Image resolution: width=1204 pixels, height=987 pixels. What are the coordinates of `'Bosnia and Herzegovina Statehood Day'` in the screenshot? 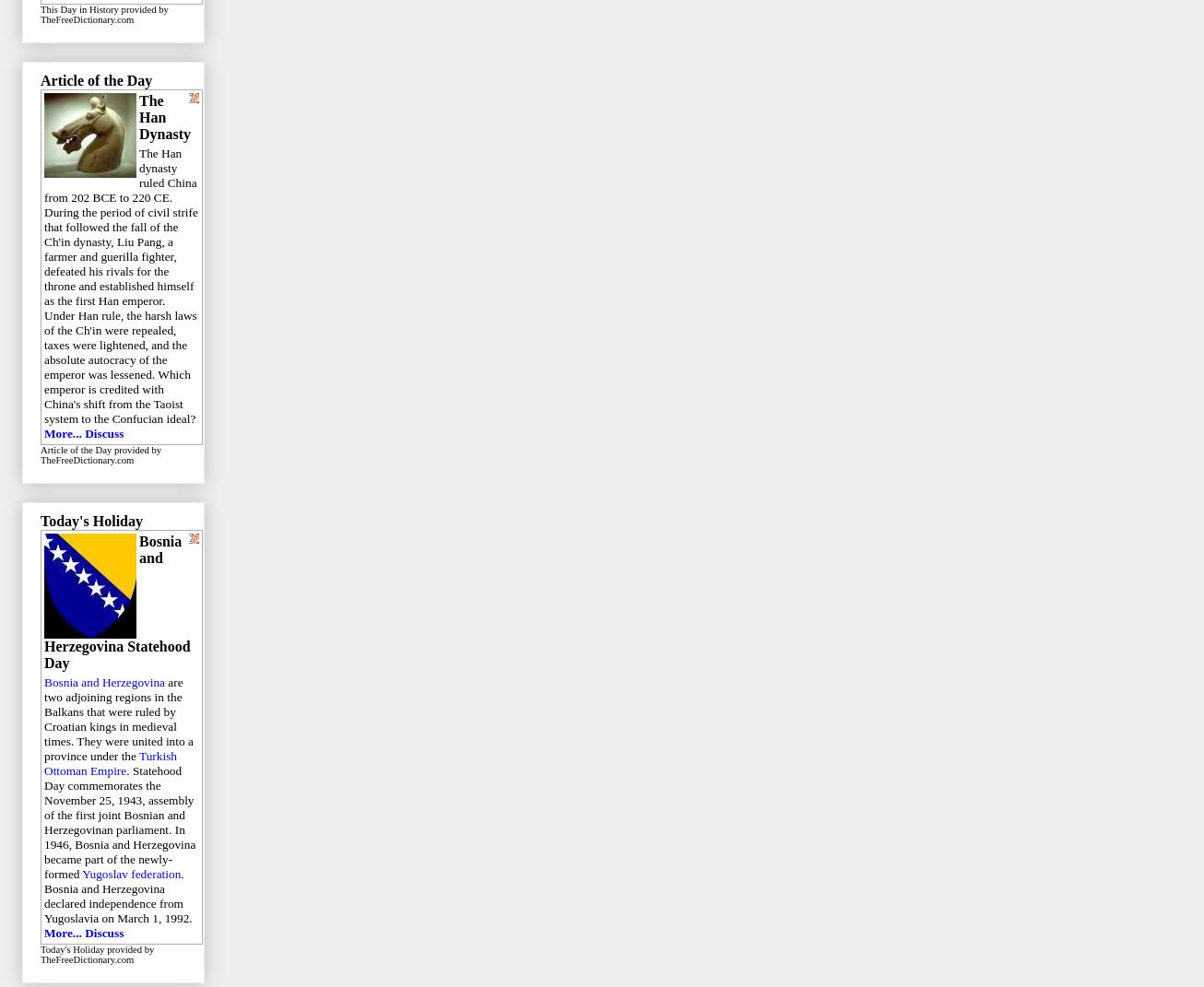 It's located at (115, 601).